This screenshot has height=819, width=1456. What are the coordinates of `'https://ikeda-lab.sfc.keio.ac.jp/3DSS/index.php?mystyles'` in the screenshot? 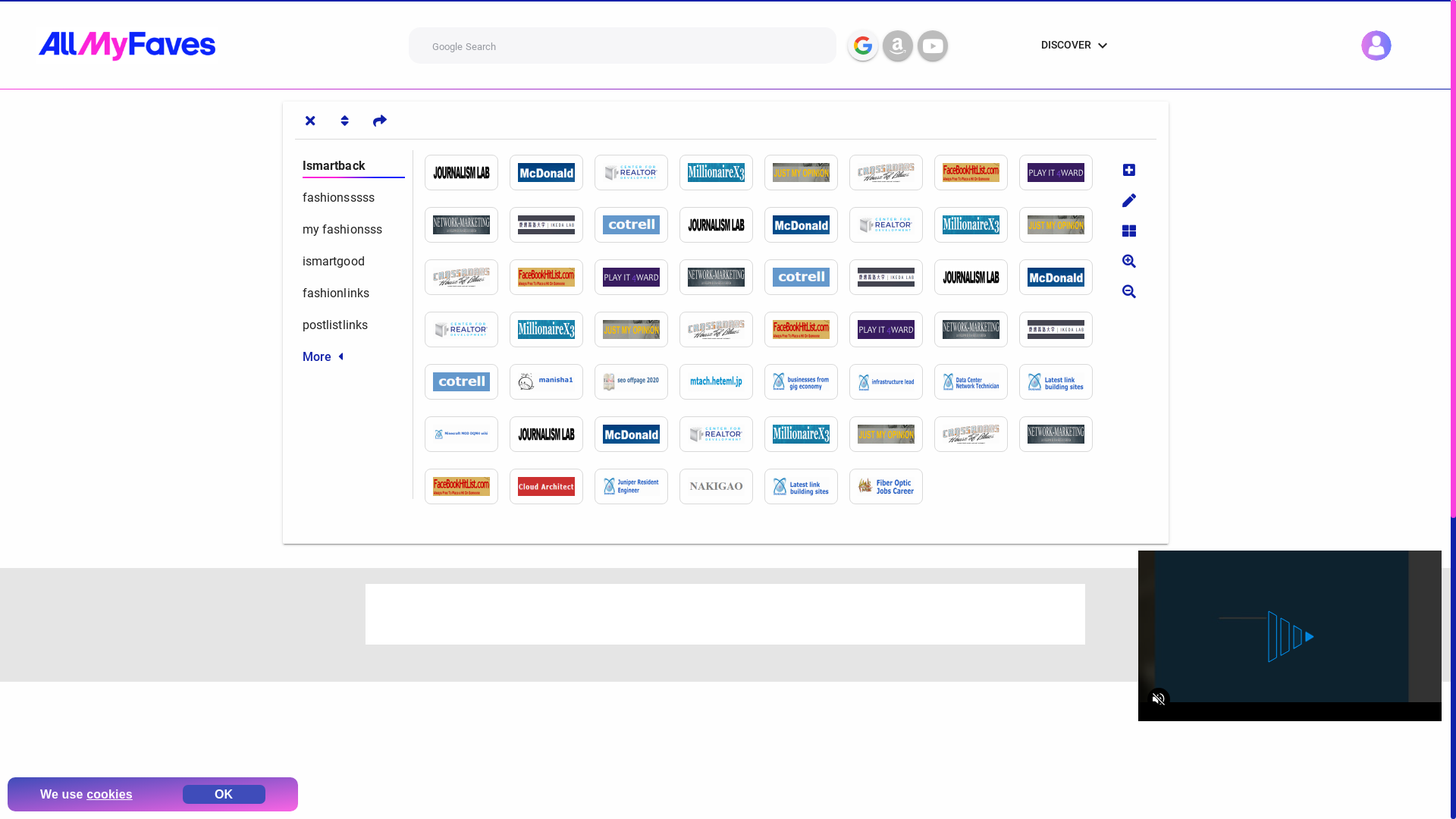 It's located at (892, 277).